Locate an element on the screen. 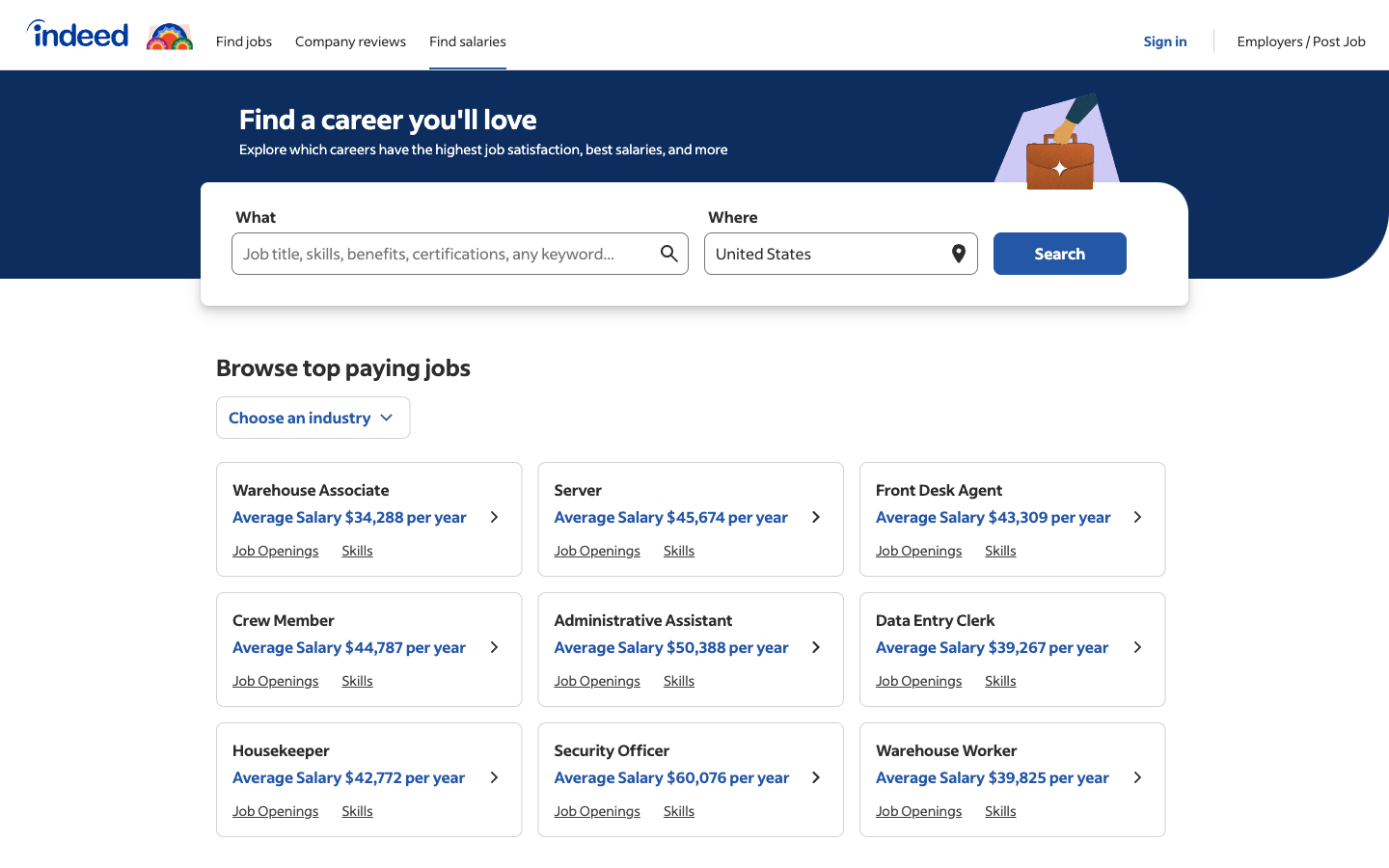  Retrieve extended data on "Warehouse Worker is located at coordinates (993, 764).